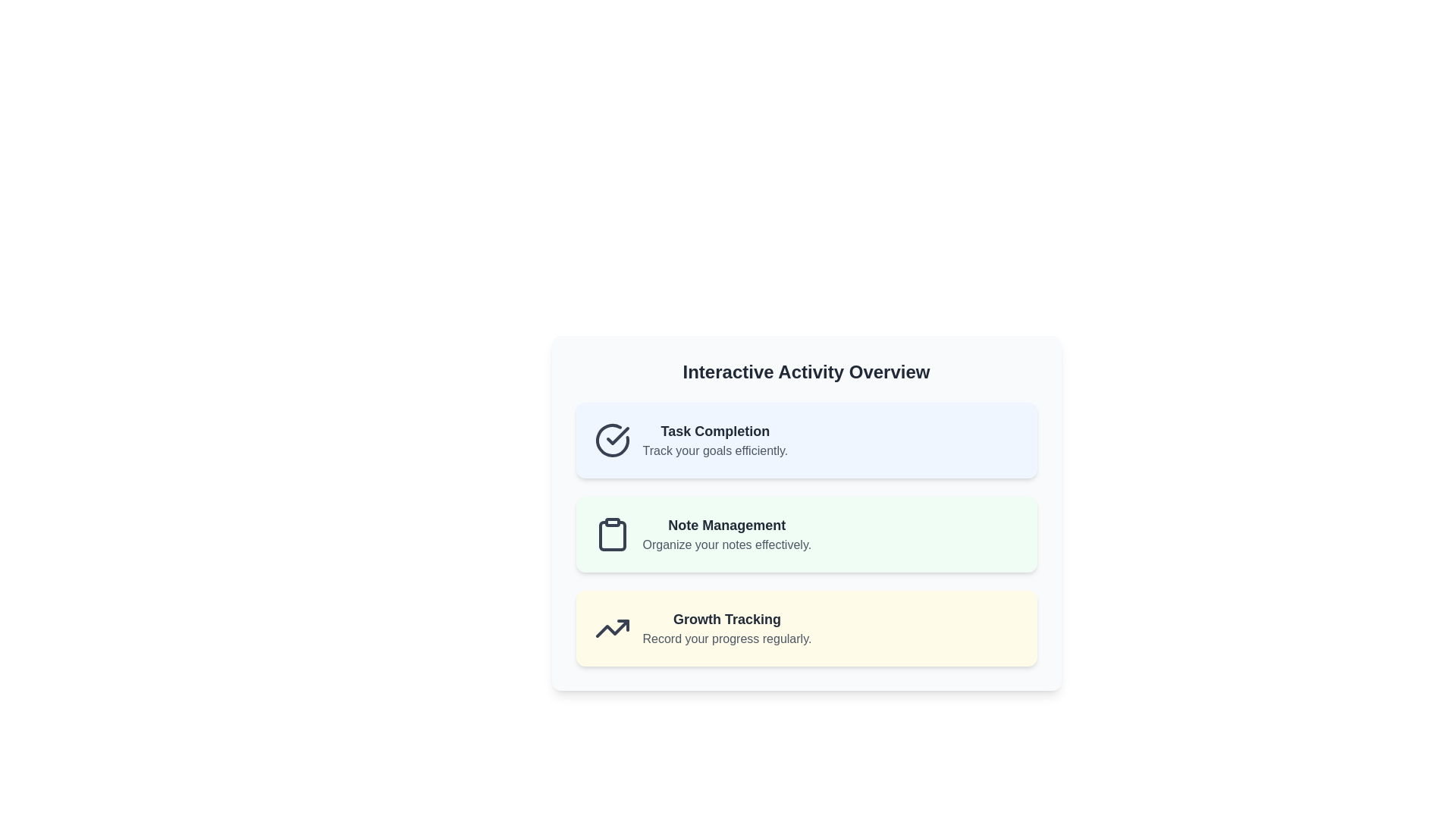  I want to click on the static text label that provides context or encouragement related to the 'Growth Tracking' section, located beneath the bold heading in the bottommost section of a card layout, so click(726, 639).